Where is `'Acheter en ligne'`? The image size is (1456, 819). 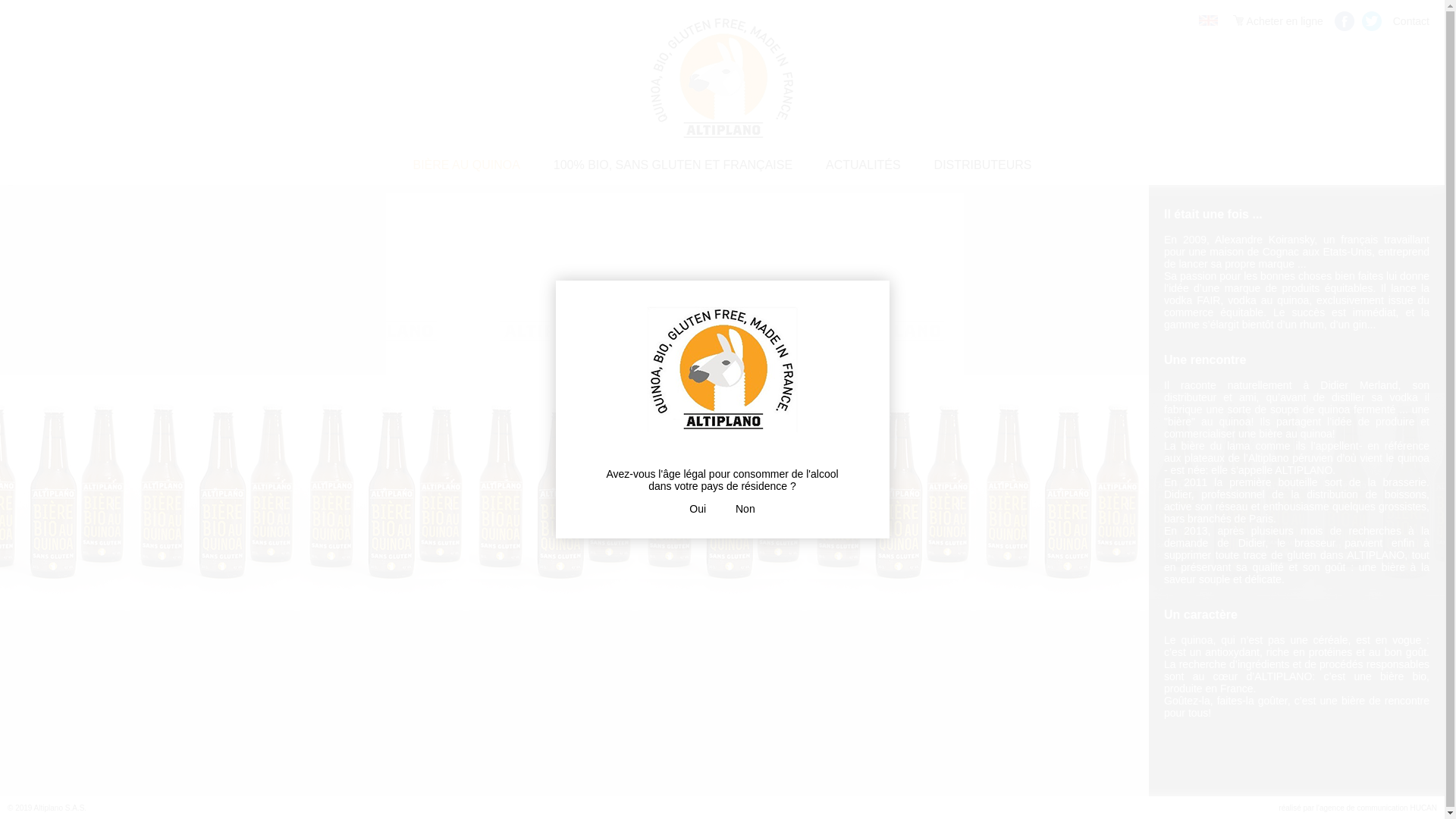 'Acheter en ligne' is located at coordinates (1225, 20).